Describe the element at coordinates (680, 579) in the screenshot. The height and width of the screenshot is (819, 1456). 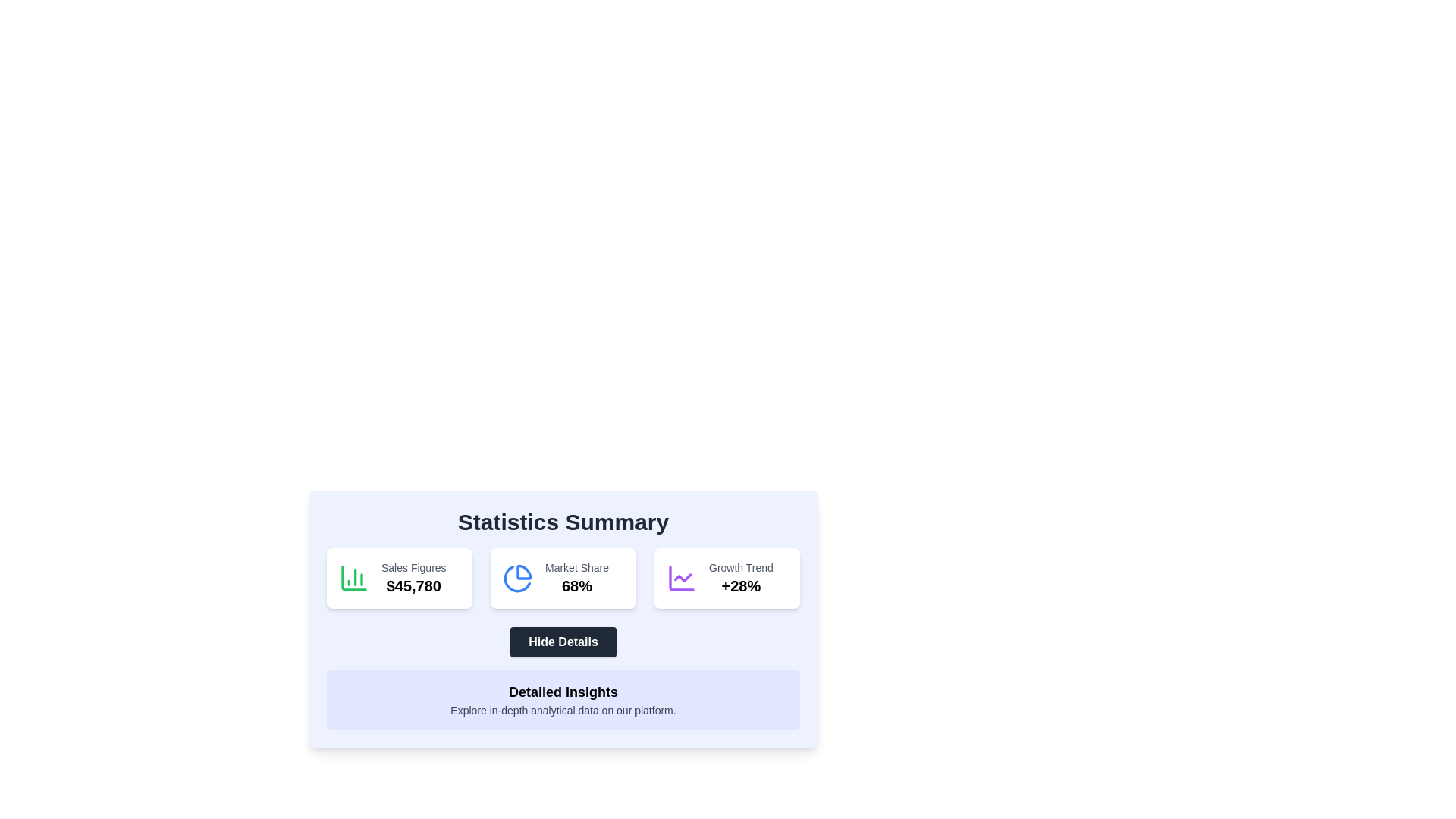
I see `the purple line graph icon representing growth trend, located within the 'Growth Trend' card, positioned to the left of the '+28%' text` at that location.